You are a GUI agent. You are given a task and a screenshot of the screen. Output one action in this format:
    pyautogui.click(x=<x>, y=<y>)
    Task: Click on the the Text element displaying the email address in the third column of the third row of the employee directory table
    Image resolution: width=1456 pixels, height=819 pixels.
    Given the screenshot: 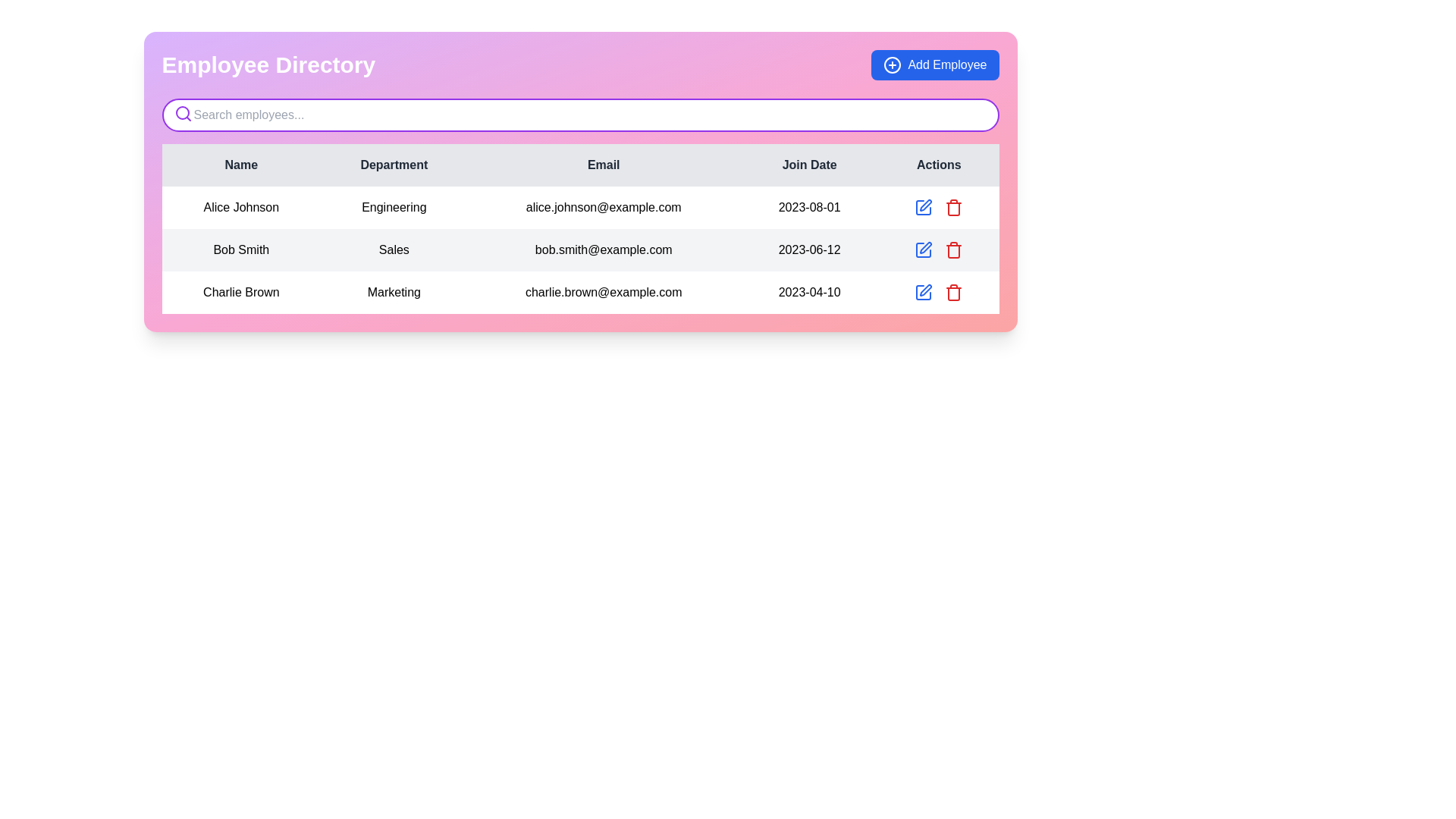 What is the action you would take?
    pyautogui.click(x=603, y=292)
    